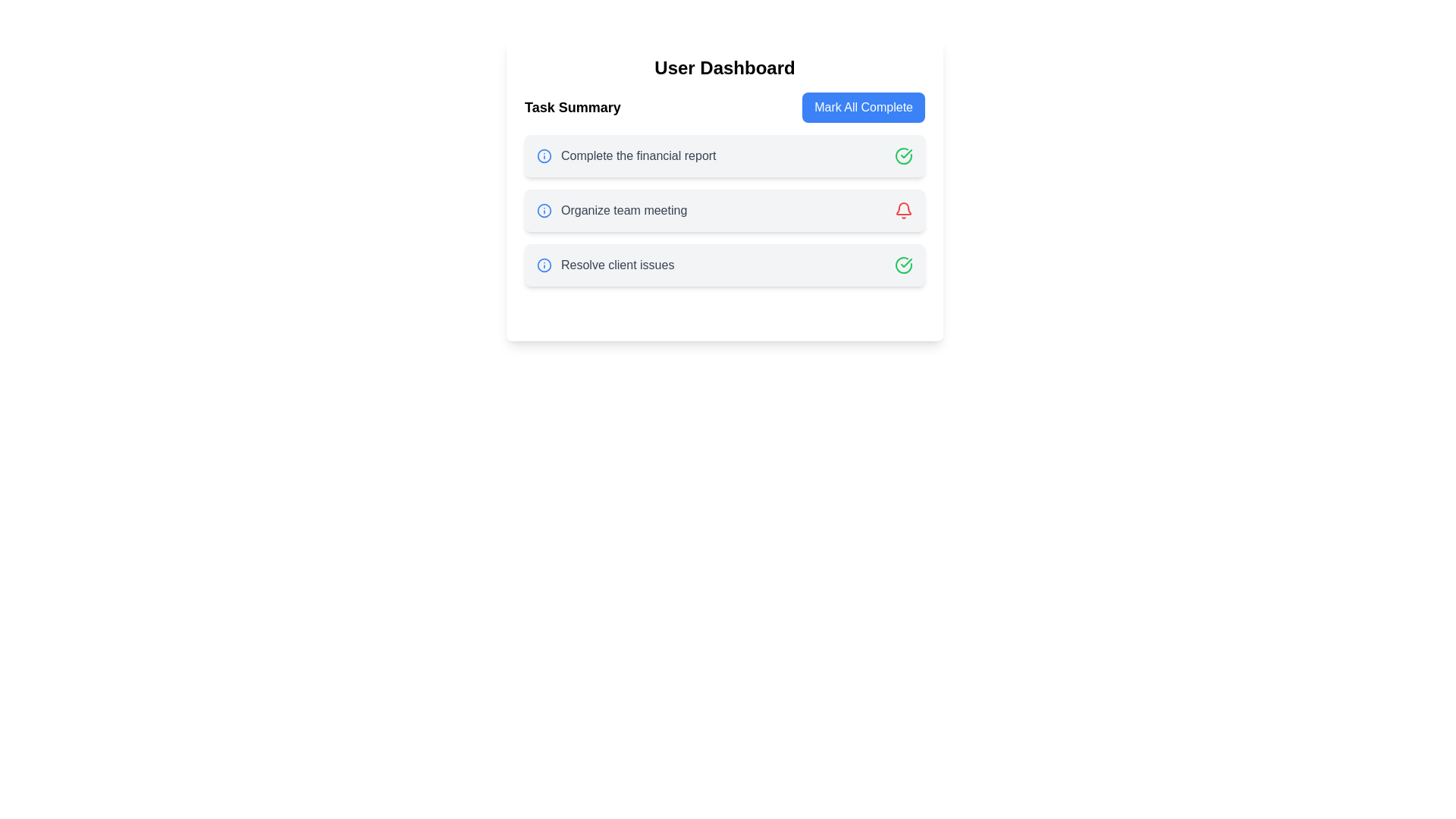 The height and width of the screenshot is (819, 1456). I want to click on the informational icon for the task 'Organize team meeting' located in the 'Task Summary' section, so click(544, 210).